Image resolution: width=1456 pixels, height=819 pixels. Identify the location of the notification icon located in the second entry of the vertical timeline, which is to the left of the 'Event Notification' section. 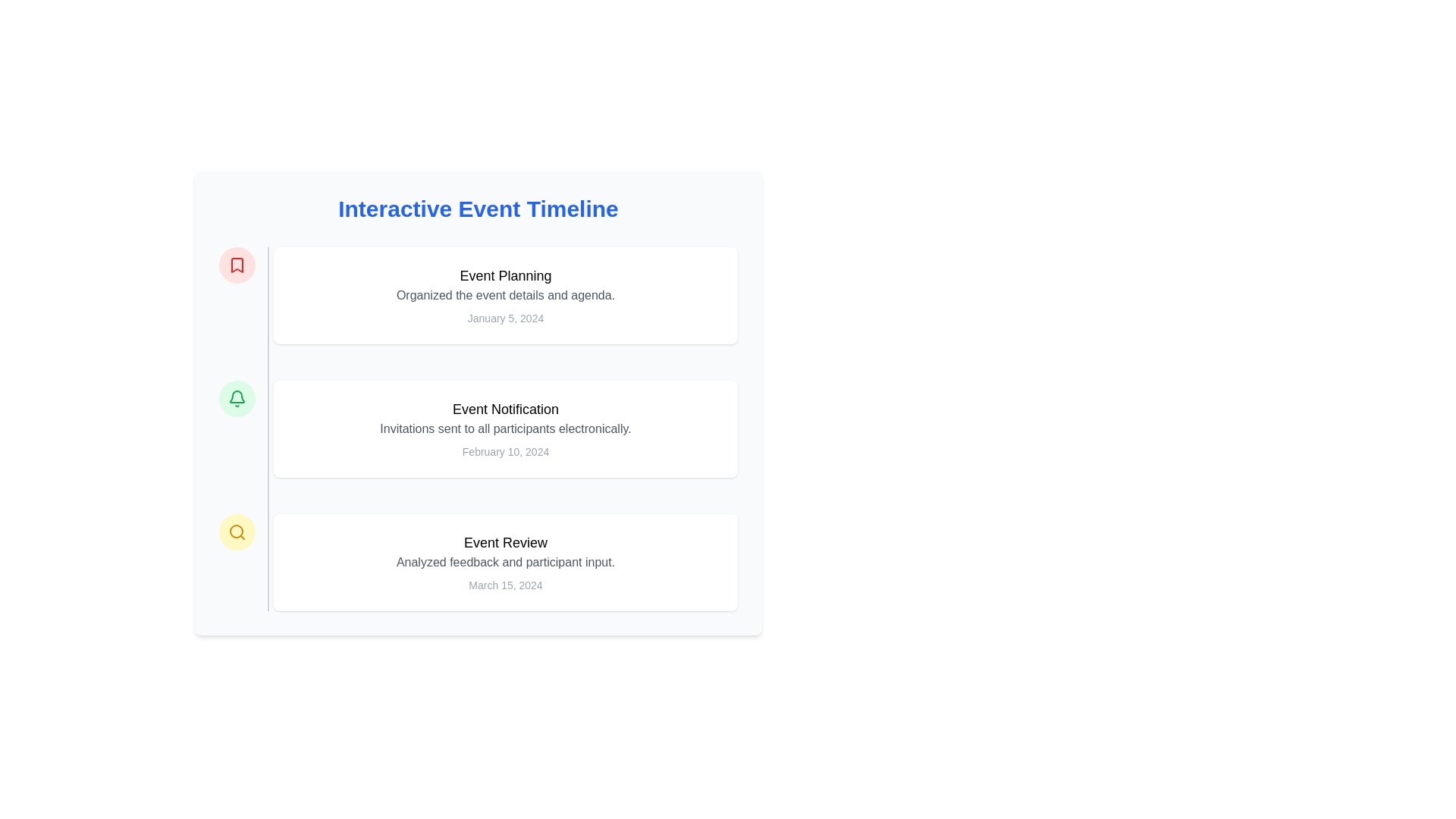
(236, 397).